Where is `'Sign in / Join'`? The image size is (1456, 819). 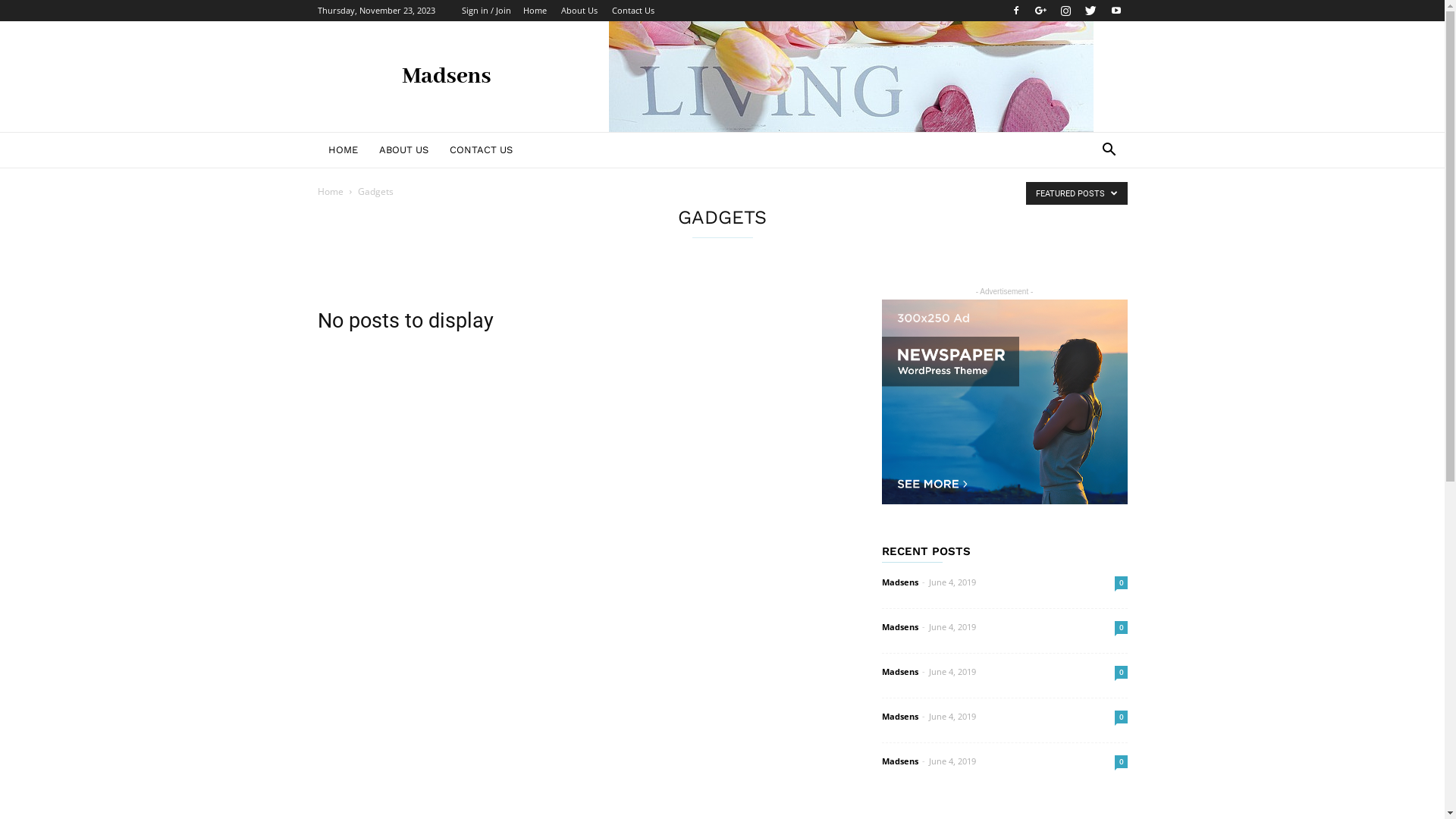 'Sign in / Join' is located at coordinates (485, 10).